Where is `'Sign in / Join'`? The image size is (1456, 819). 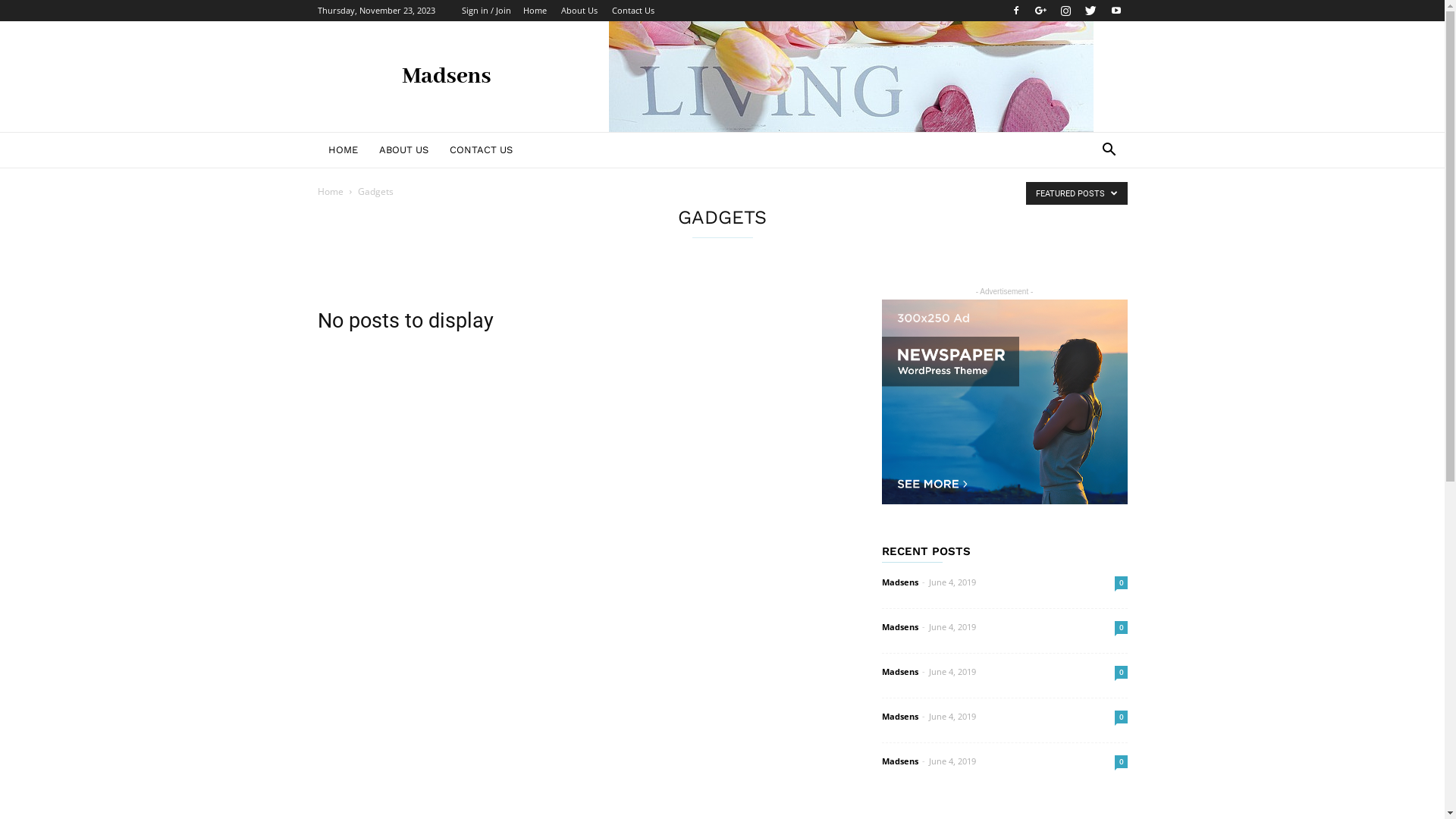 'Sign in / Join' is located at coordinates (485, 10).